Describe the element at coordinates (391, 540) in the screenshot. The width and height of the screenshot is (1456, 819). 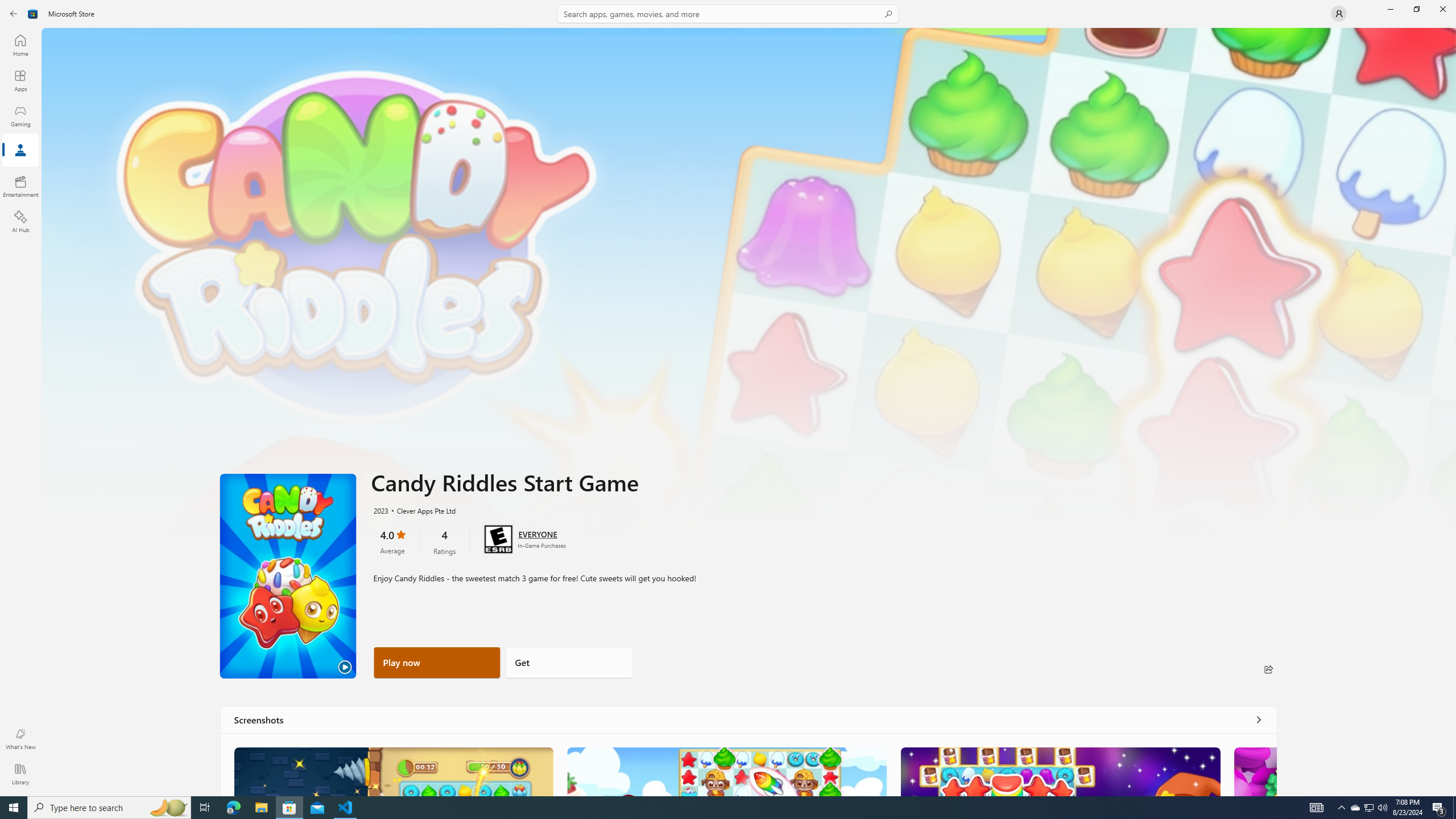
I see `'4.0 stars. Click to skip to ratings and reviews'` at that location.